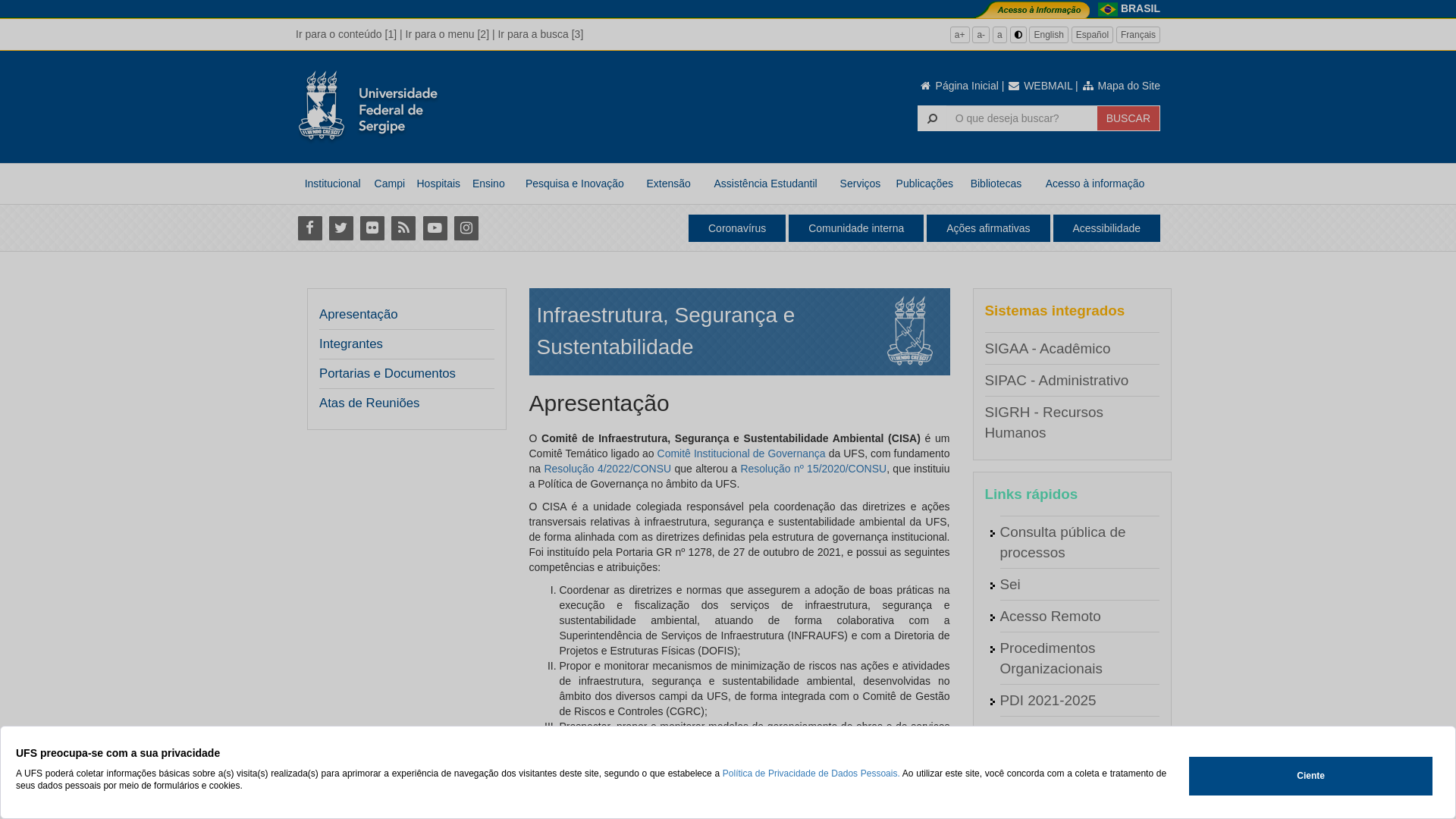 The image size is (1456, 819). I want to click on 'Facebook', so click(309, 227).